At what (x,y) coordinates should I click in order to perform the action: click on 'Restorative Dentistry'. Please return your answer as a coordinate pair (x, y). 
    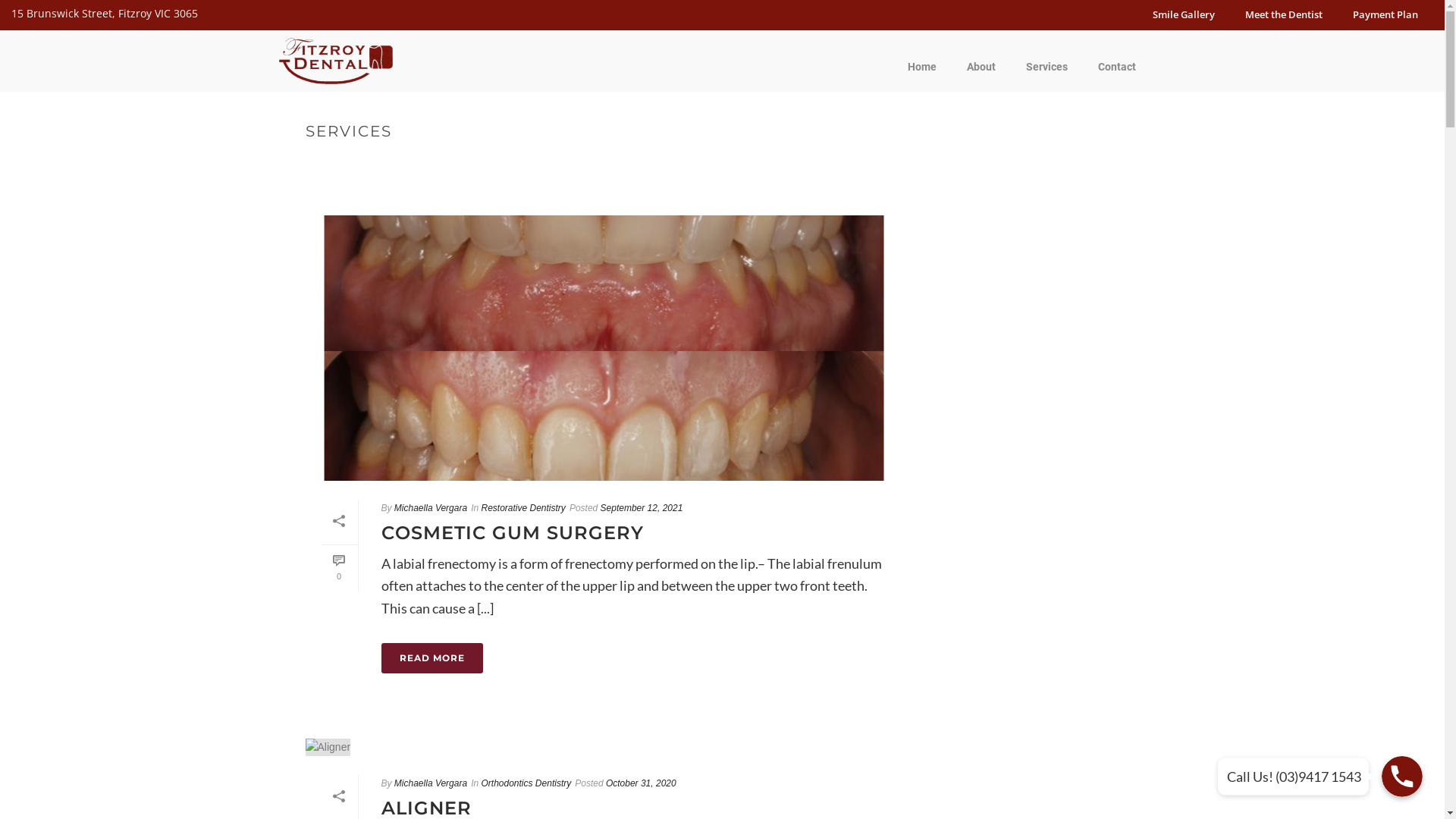
    Looking at the image, I should click on (479, 508).